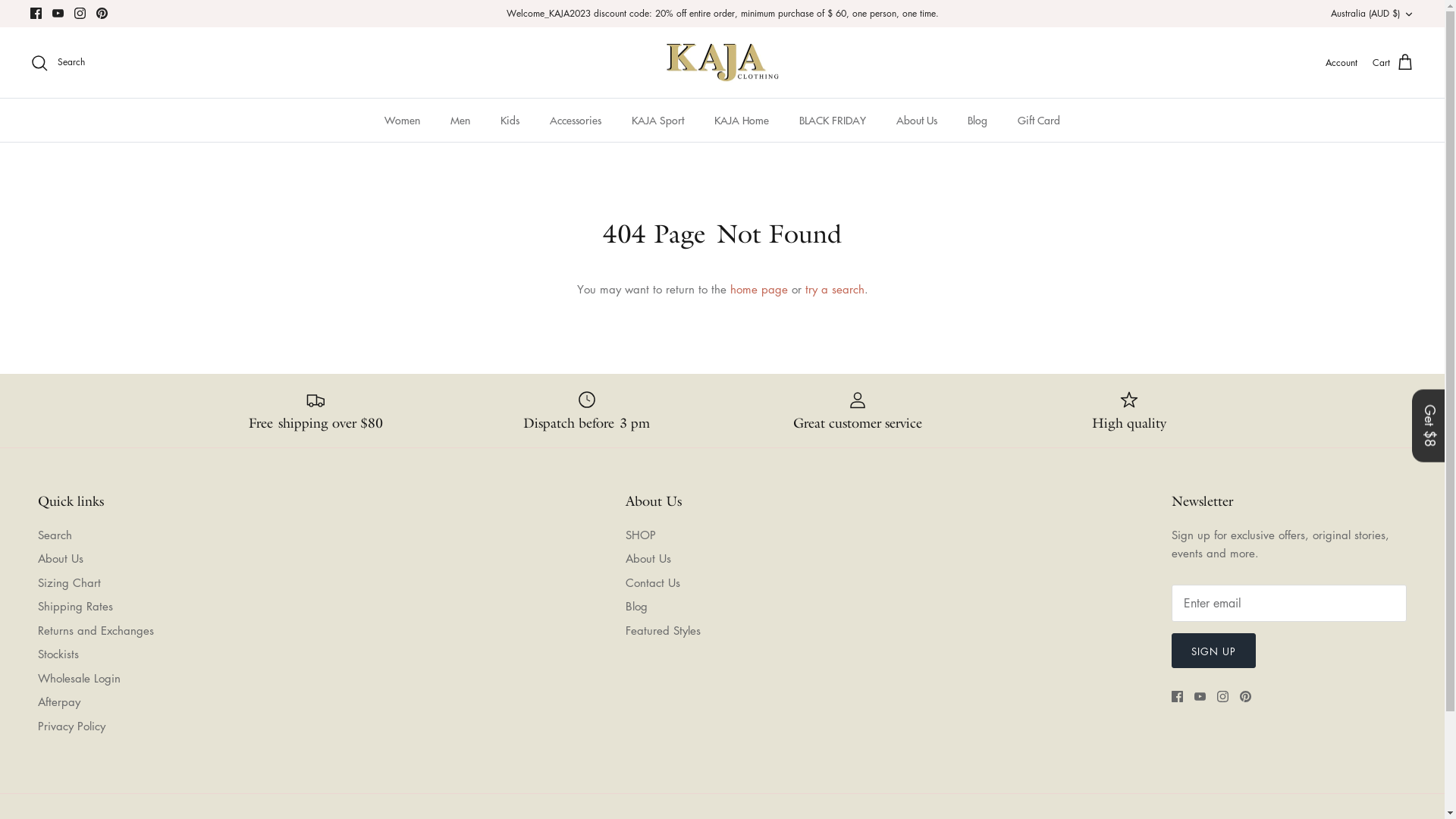 This screenshot has height=819, width=1456. What do you see at coordinates (662, 629) in the screenshot?
I see `'Featured Styles'` at bounding box center [662, 629].